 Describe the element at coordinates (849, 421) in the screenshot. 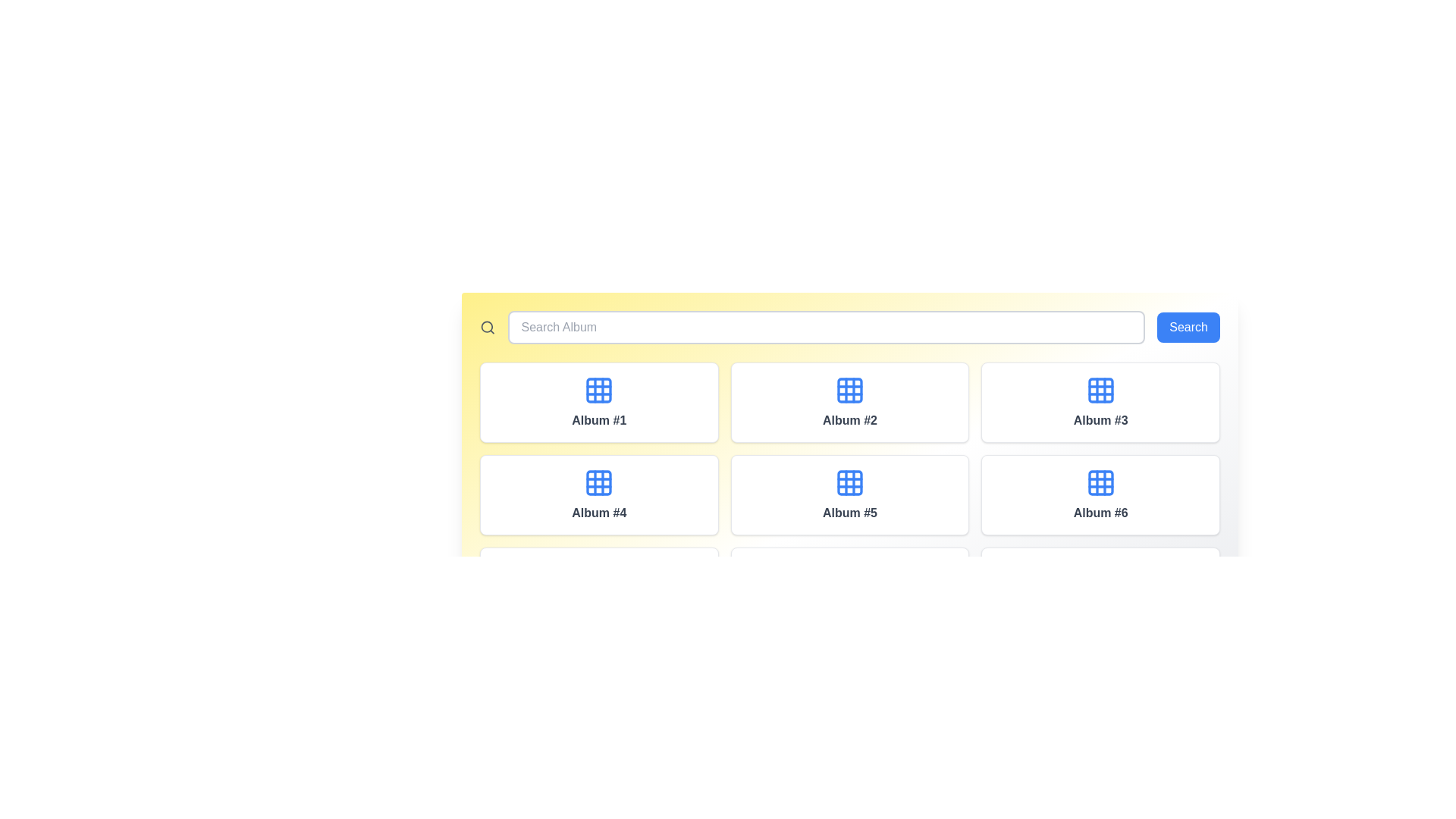

I see `the text label 'Album #2' located` at that location.